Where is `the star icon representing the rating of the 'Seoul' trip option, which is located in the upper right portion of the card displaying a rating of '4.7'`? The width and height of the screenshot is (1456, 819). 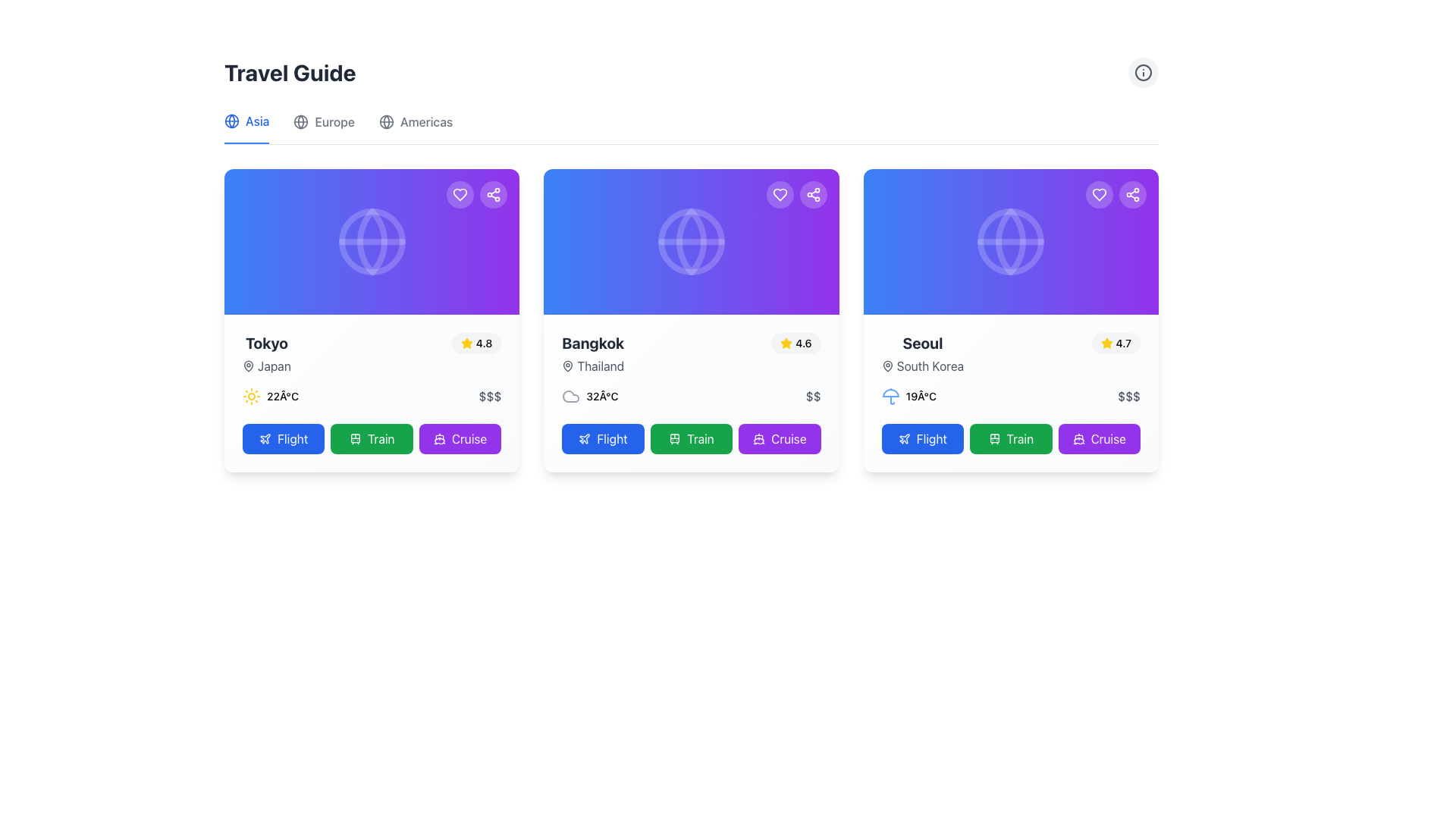 the star icon representing the rating of the 'Seoul' trip option, which is located in the upper right portion of the card displaying a rating of '4.7' is located at coordinates (1106, 343).